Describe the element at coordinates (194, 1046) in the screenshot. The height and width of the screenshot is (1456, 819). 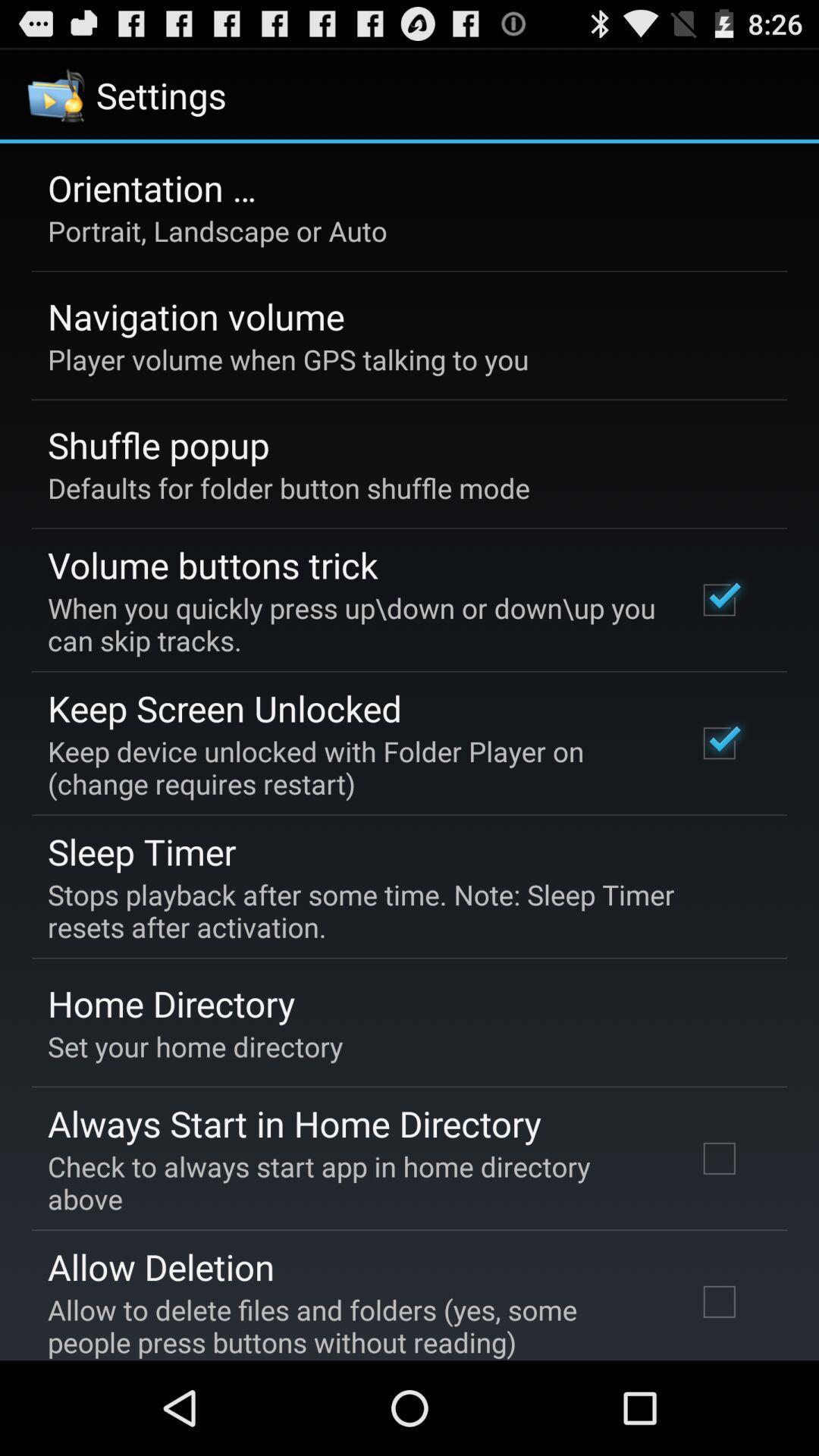
I see `item above always start in app` at that location.